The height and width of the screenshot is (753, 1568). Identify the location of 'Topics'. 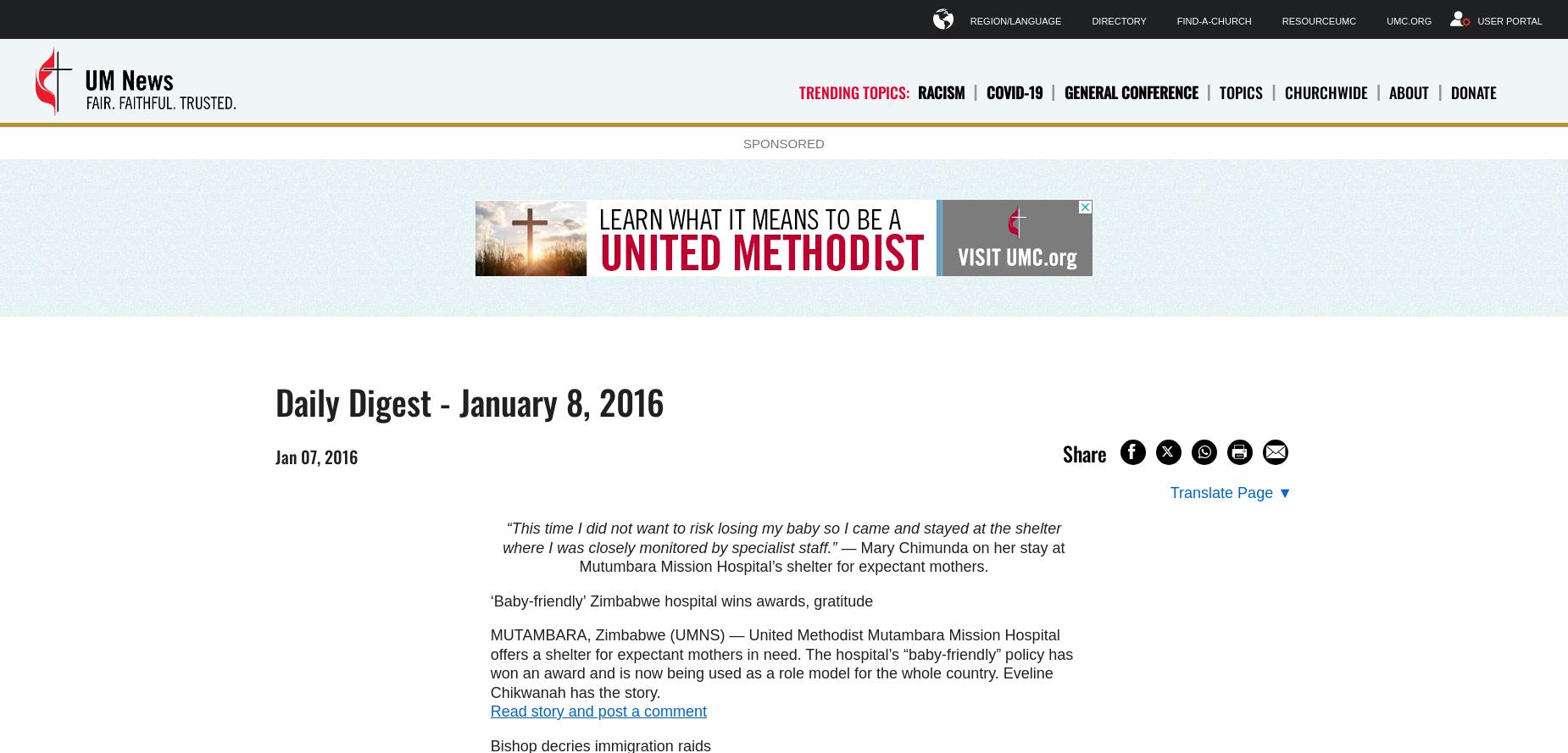
(1241, 91).